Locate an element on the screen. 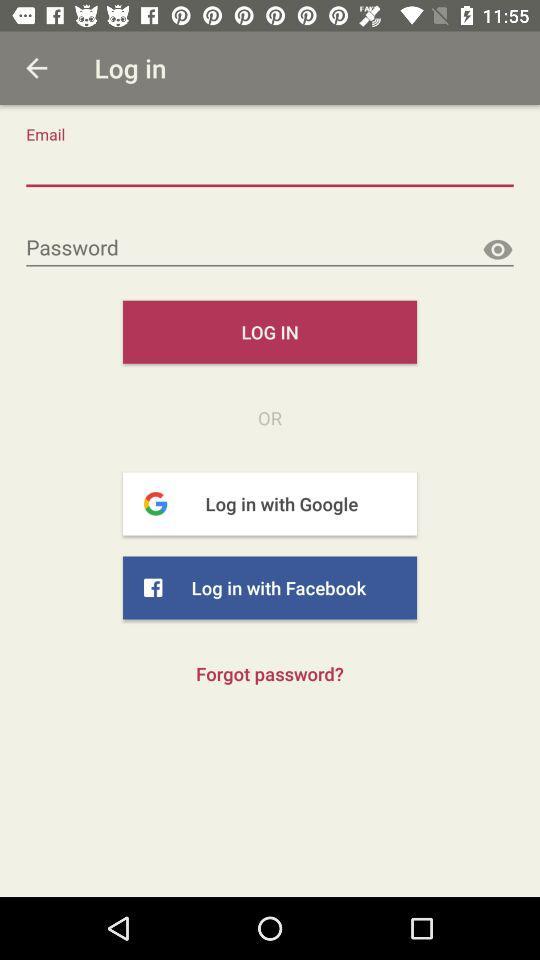 The image size is (540, 960). visible password is located at coordinates (496, 249).